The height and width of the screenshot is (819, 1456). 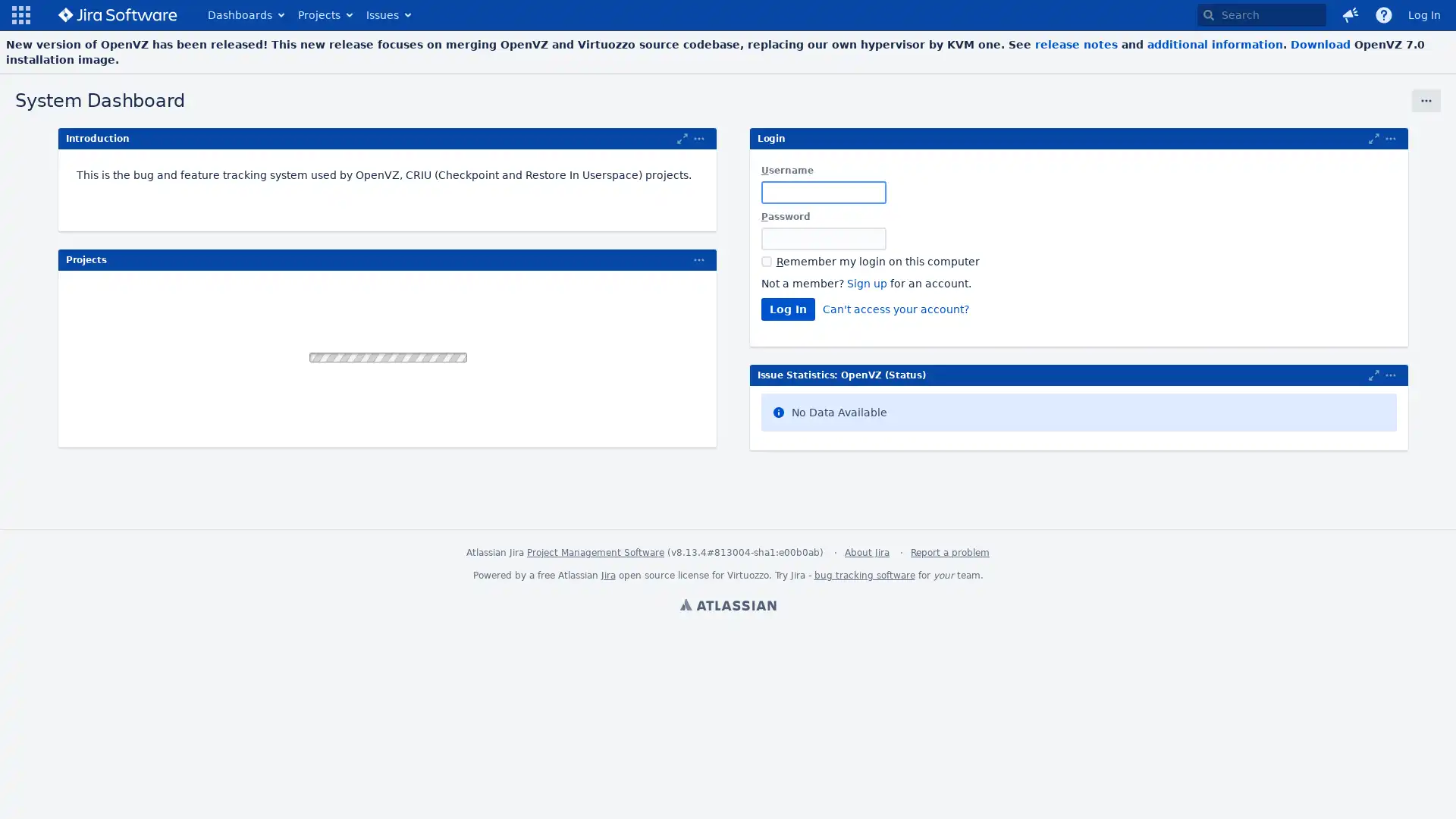 I want to click on Maximize, so click(x=683, y=138).